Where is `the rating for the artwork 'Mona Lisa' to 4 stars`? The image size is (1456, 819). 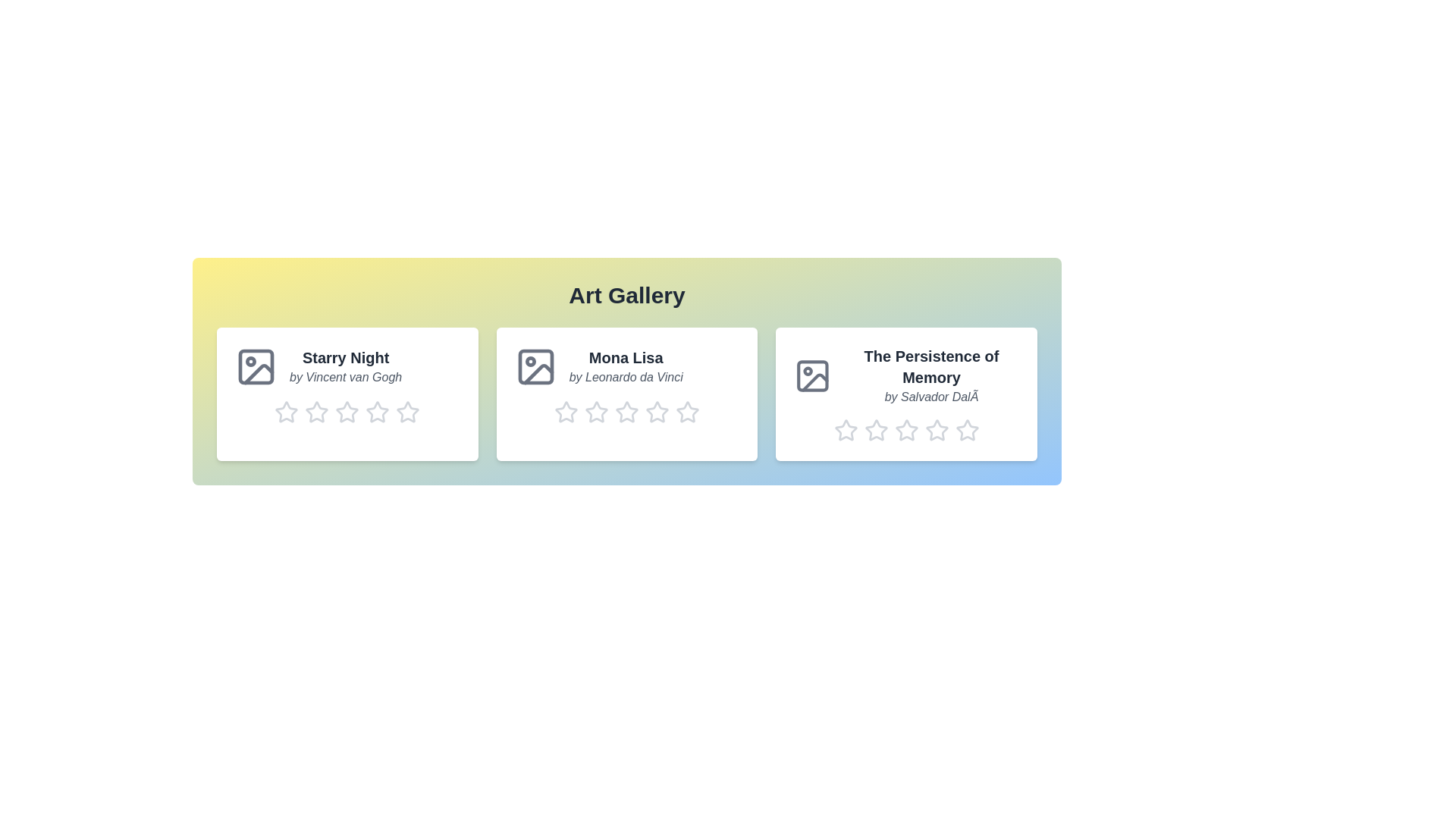
the rating for the artwork 'Mona Lisa' to 4 stars is located at coordinates (656, 412).